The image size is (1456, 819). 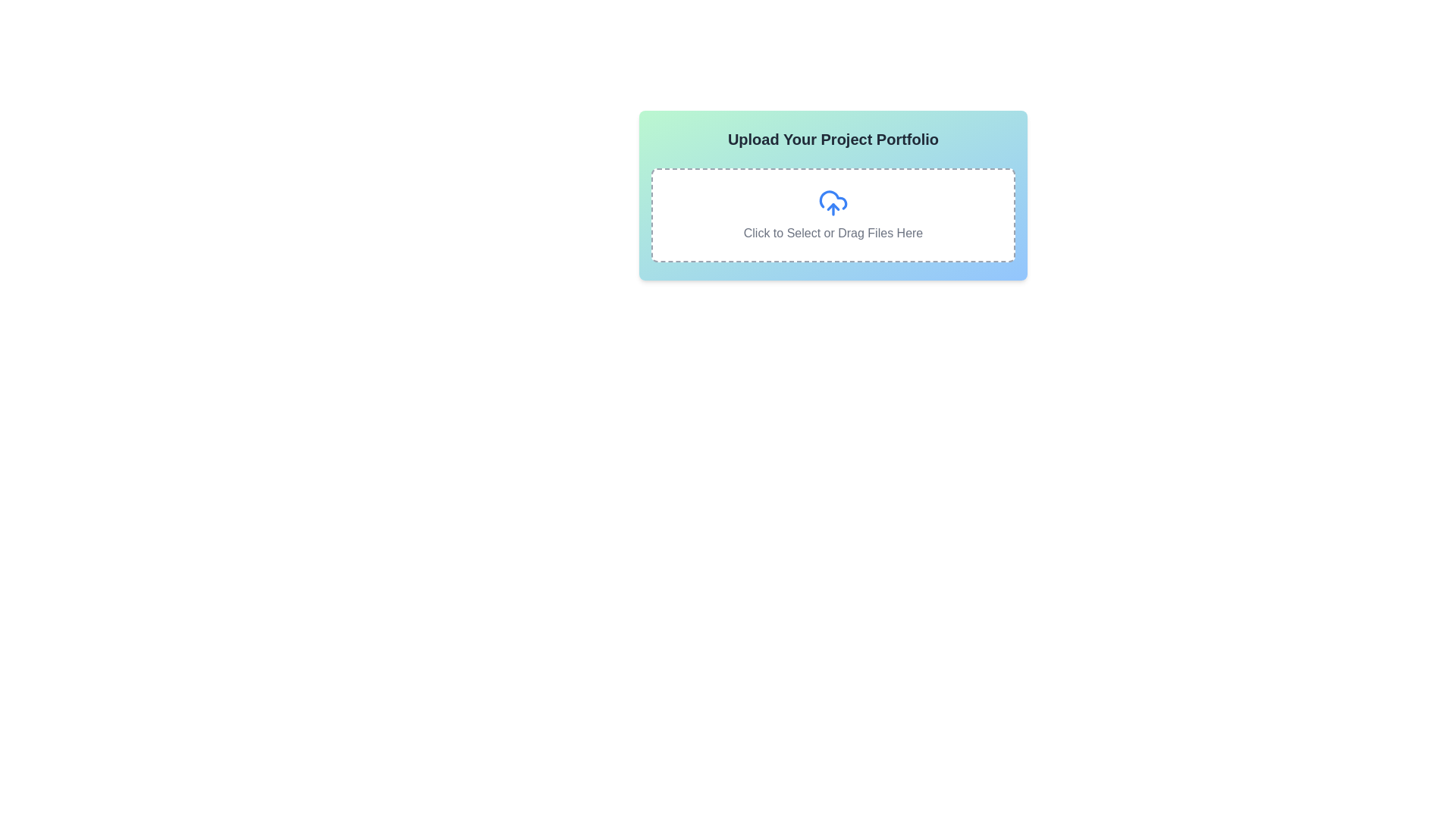 What do you see at coordinates (833, 195) in the screenshot?
I see `the interactive file upload area located centrally beneath the title text` at bounding box center [833, 195].